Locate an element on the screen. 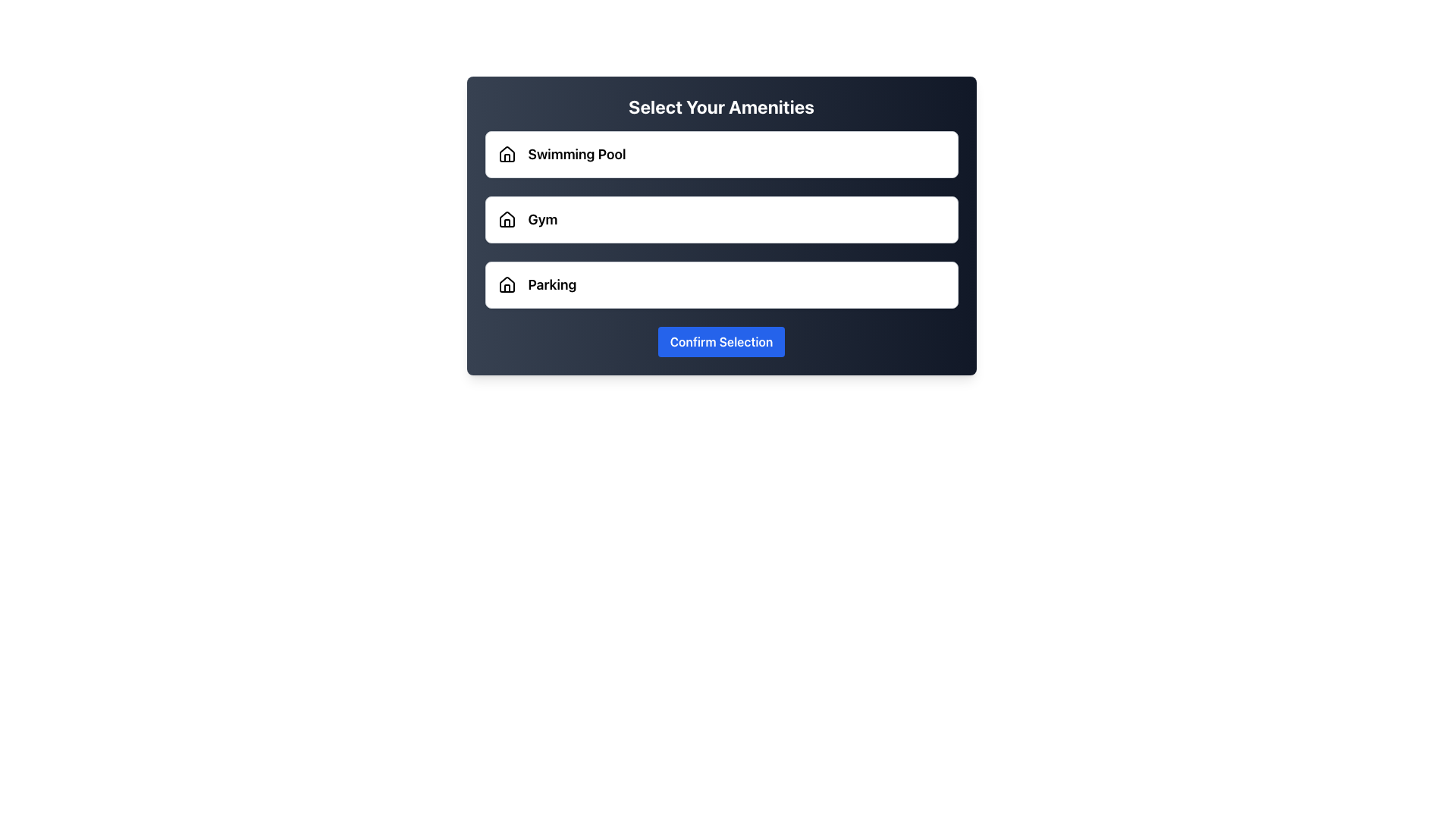 This screenshot has height=819, width=1456. the 'Gym' text label, which is styled in bold font and located within the second selectable option of a vertical list in a modal dialog is located at coordinates (542, 219).